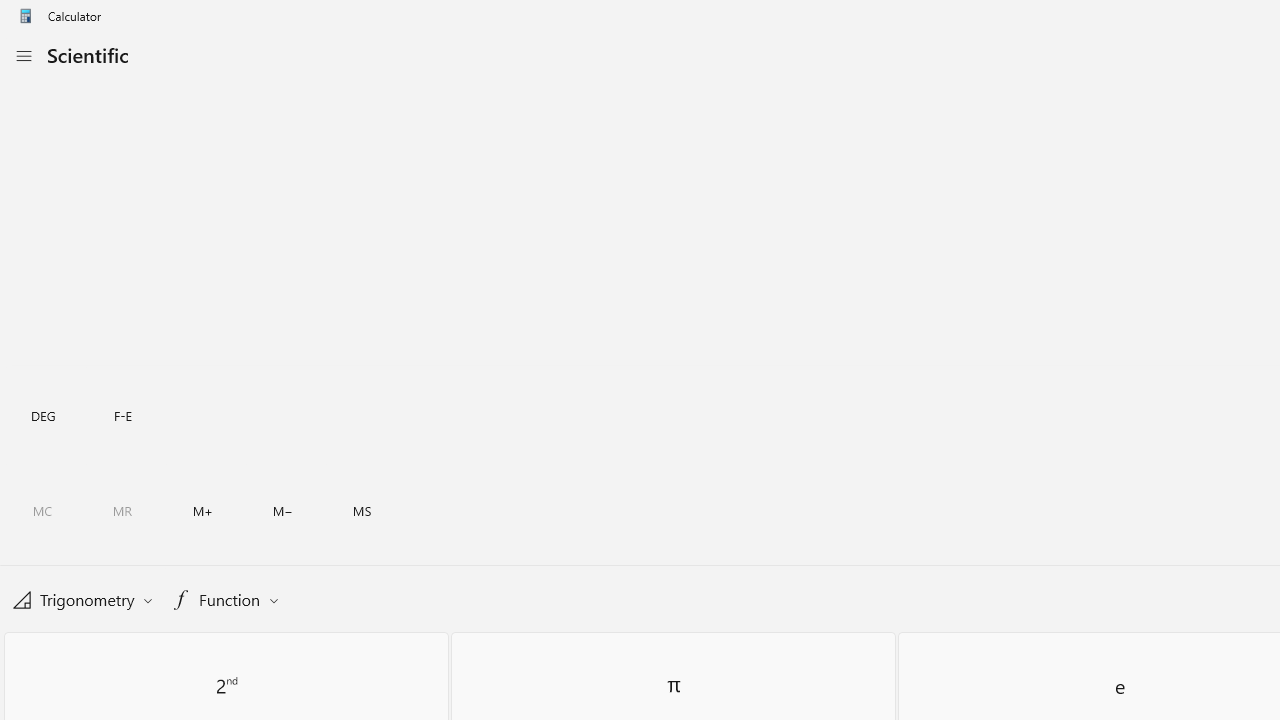  What do you see at coordinates (23, 55) in the screenshot?
I see `'Open Navigation'` at bounding box center [23, 55].